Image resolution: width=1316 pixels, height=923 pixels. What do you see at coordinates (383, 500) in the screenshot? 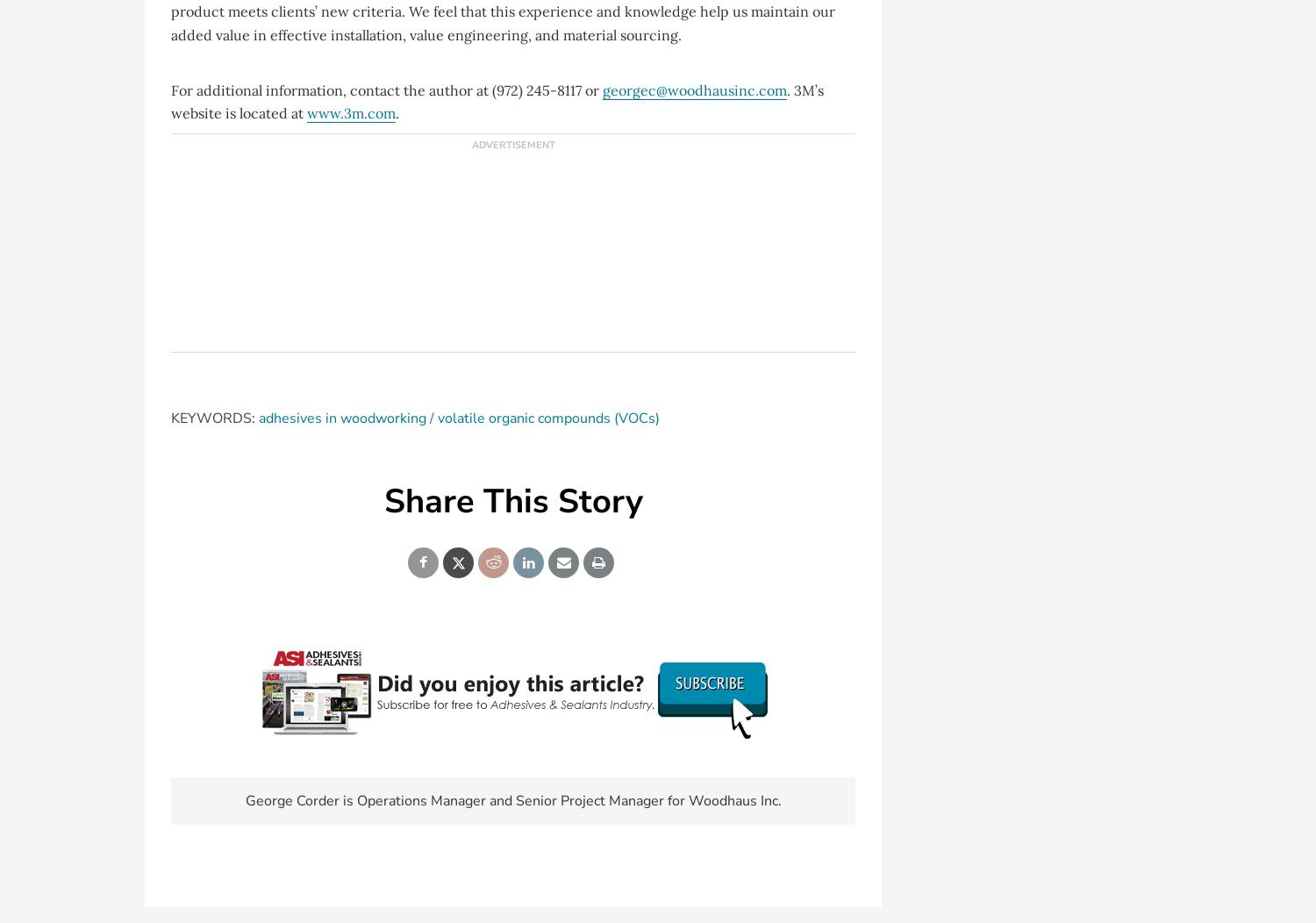
I see `'Share This Story'` at bounding box center [383, 500].